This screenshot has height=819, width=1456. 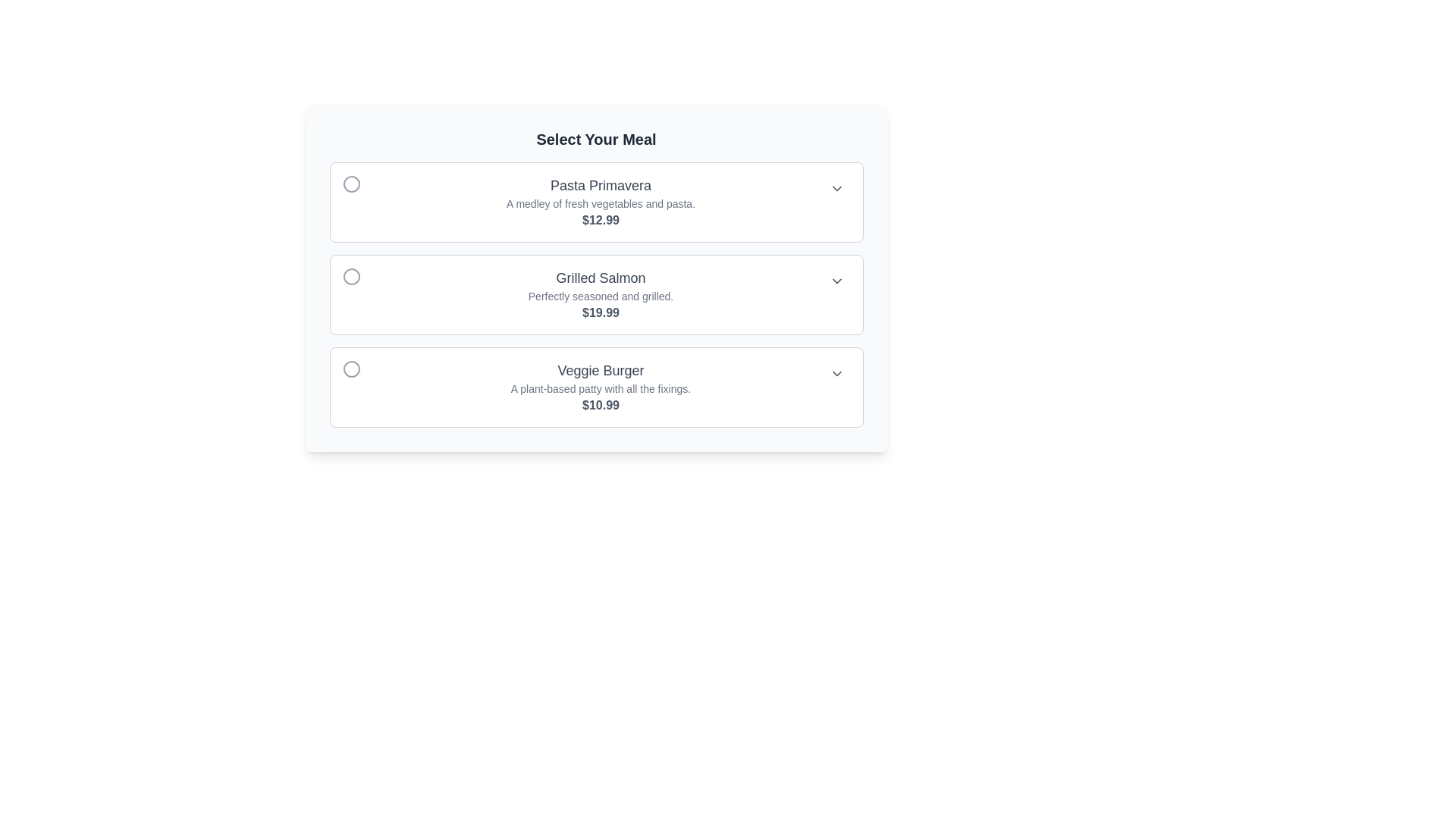 I want to click on the small rectangular button with a chevron-down icon located in the upper-right corner of the 'Pasta Primavera' meal option card, so click(x=836, y=188).